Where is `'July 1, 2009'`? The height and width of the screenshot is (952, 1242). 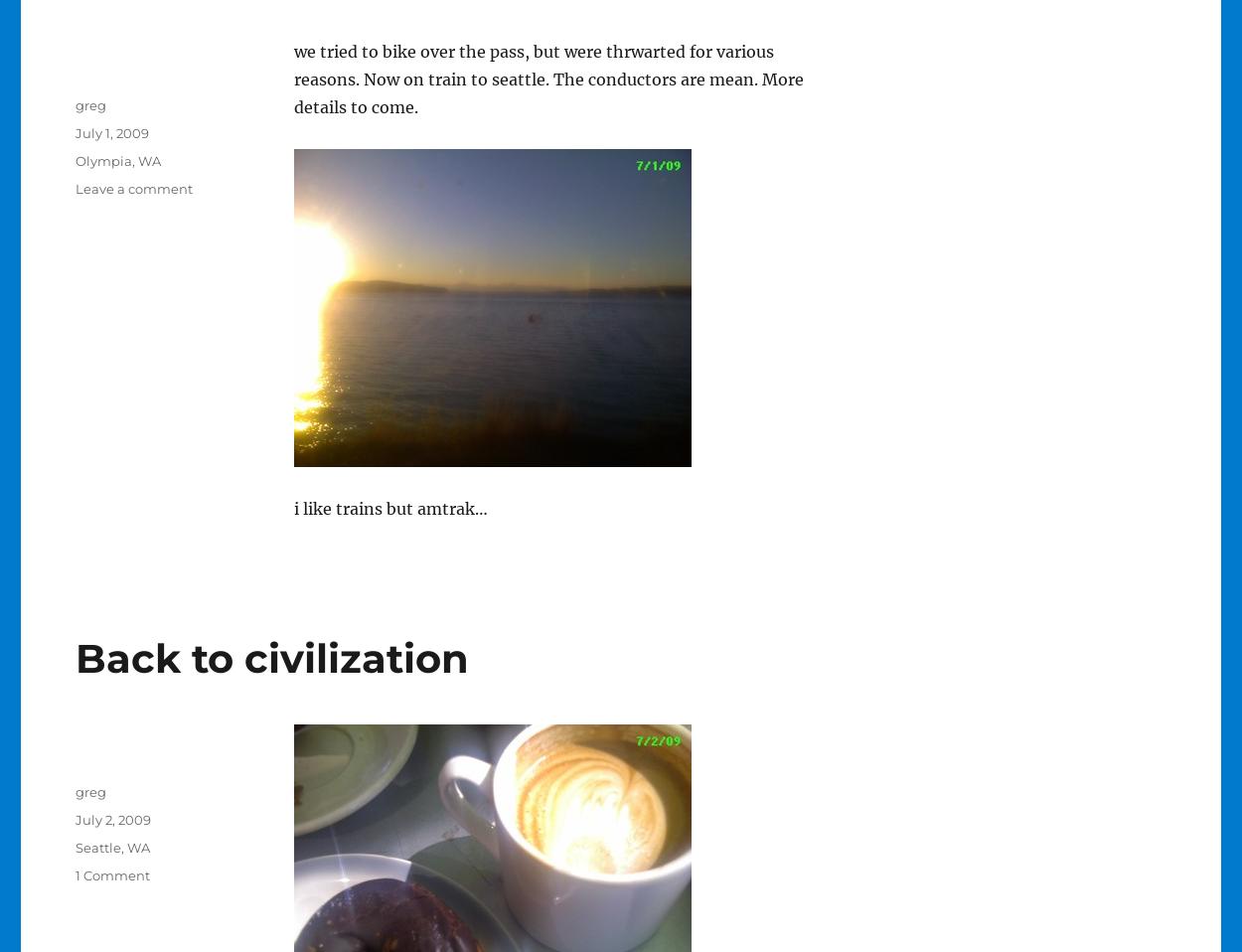
'July 1, 2009' is located at coordinates (74, 133).